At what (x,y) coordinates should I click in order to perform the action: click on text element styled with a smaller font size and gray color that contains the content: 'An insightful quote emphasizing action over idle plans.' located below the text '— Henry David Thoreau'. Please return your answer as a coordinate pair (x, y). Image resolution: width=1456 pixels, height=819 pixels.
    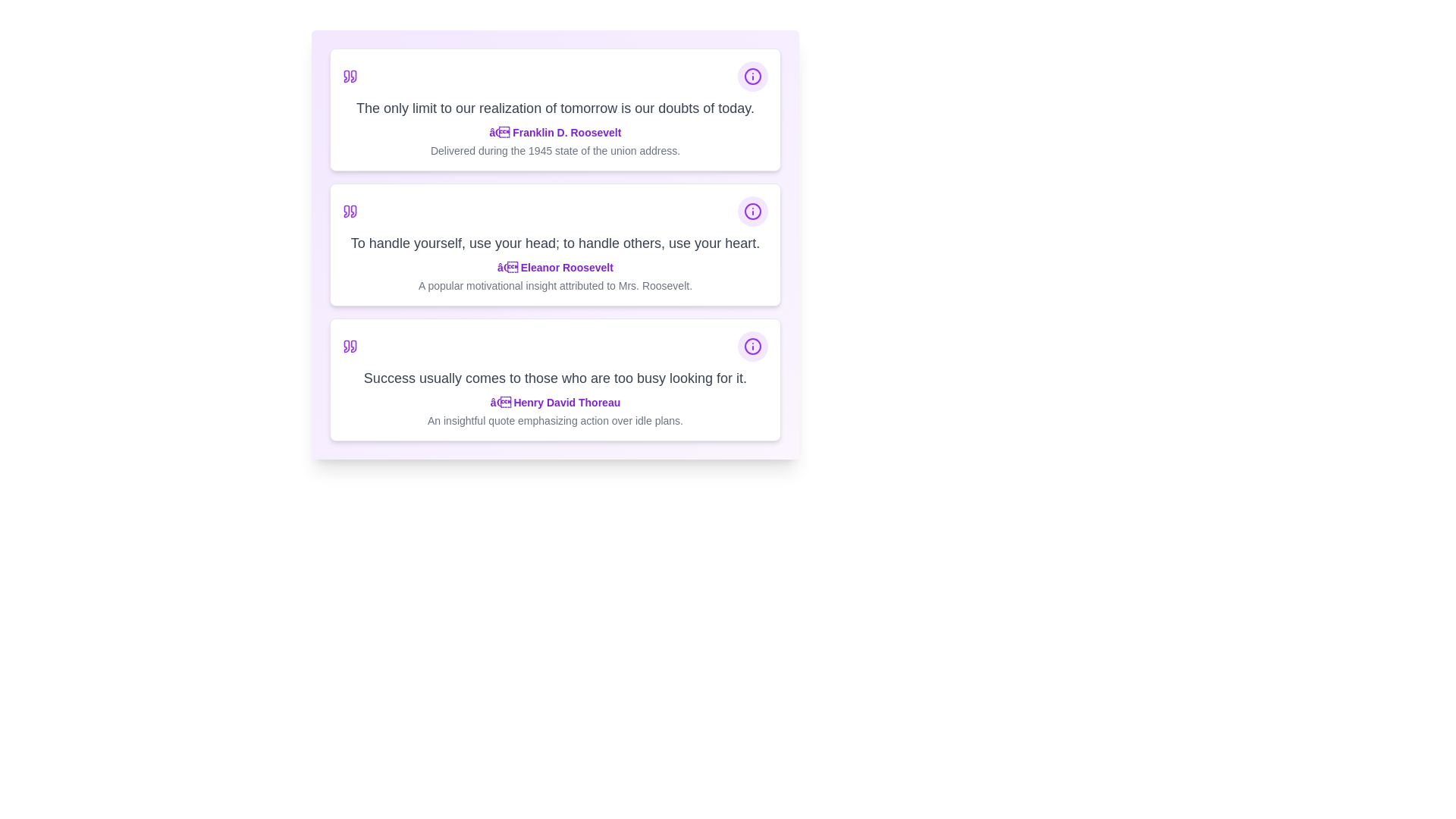
    Looking at the image, I should click on (554, 421).